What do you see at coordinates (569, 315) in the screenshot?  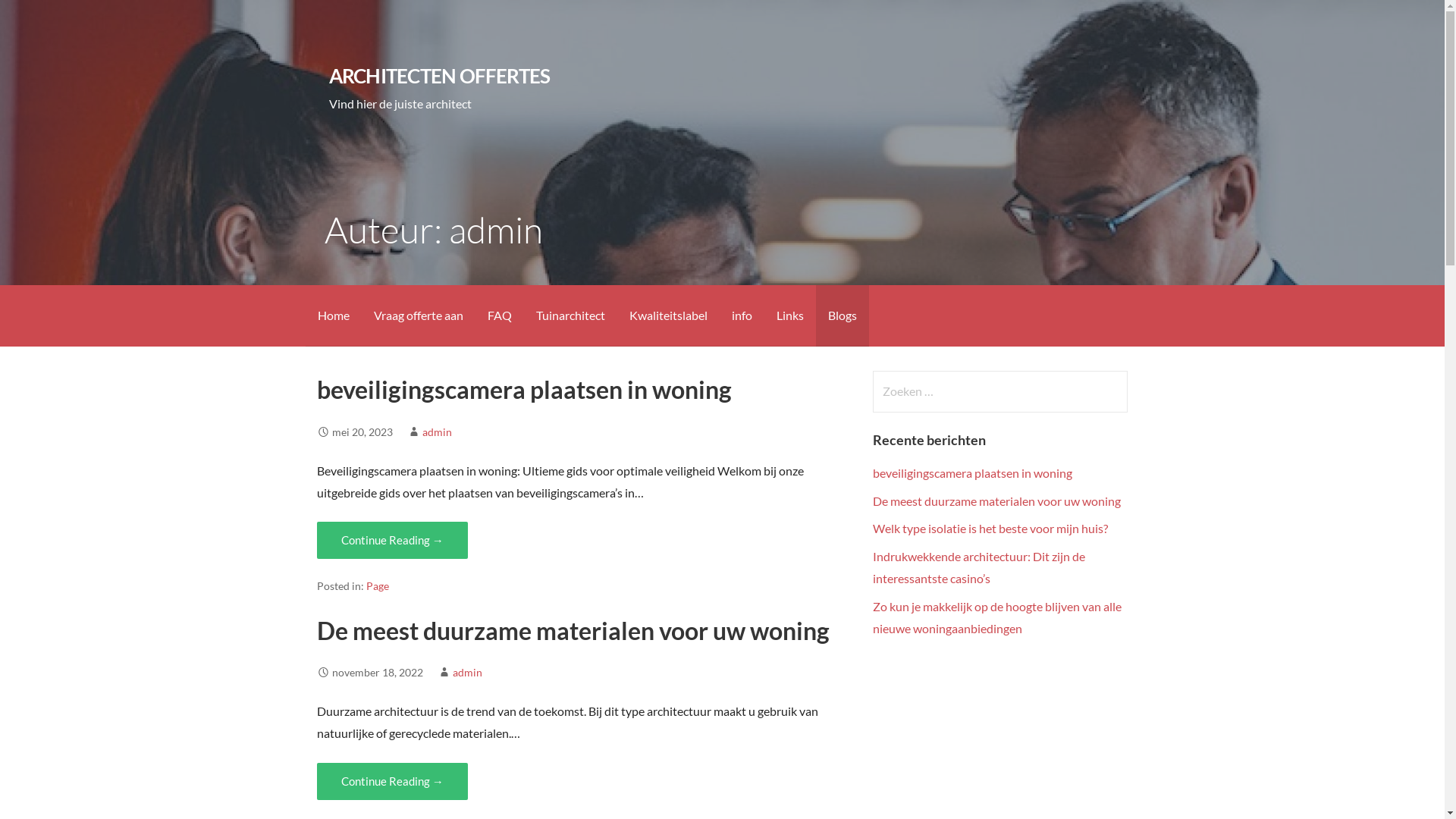 I see `'Tuinarchitect'` at bounding box center [569, 315].